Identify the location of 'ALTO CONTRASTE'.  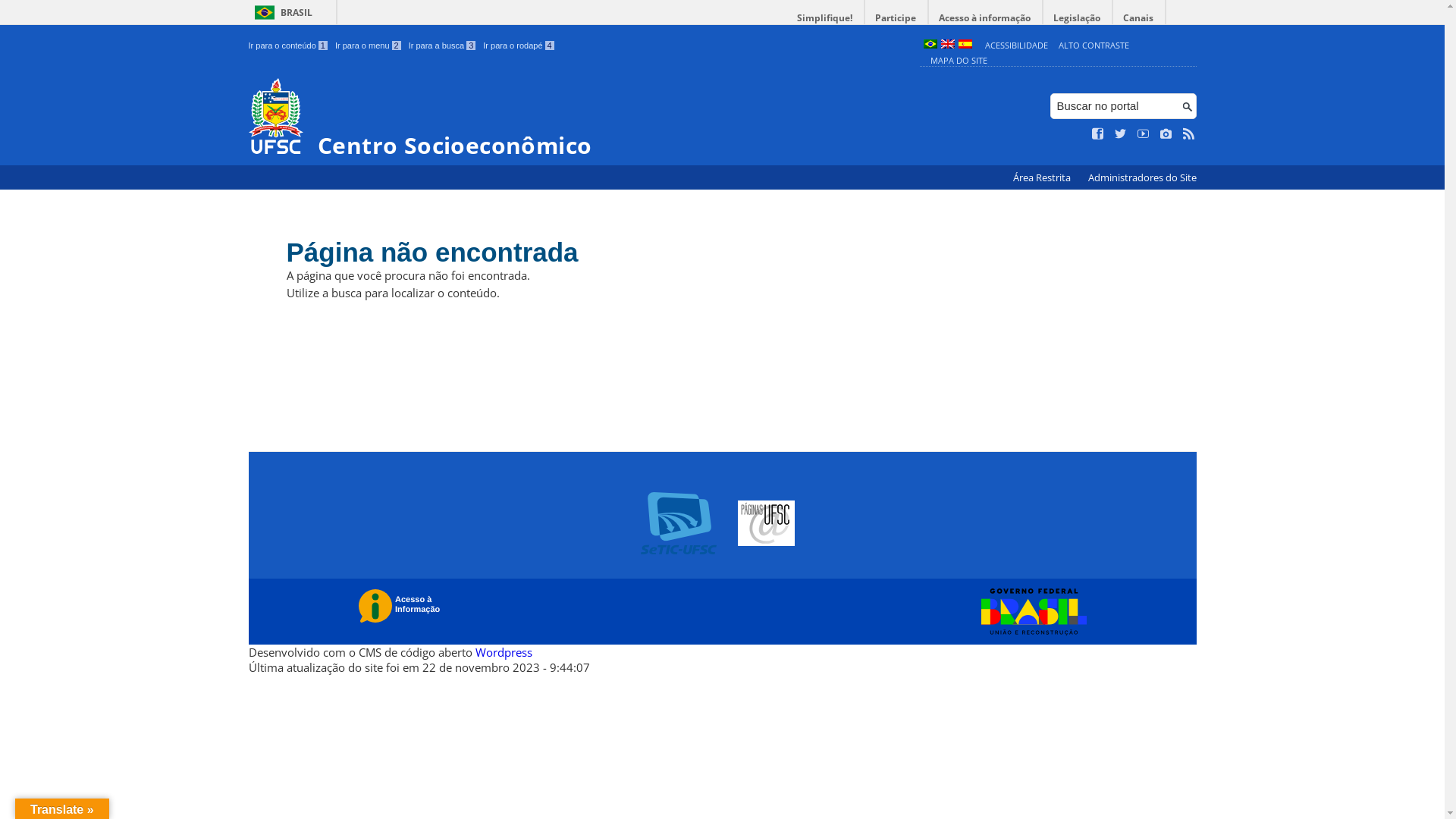
(1094, 44).